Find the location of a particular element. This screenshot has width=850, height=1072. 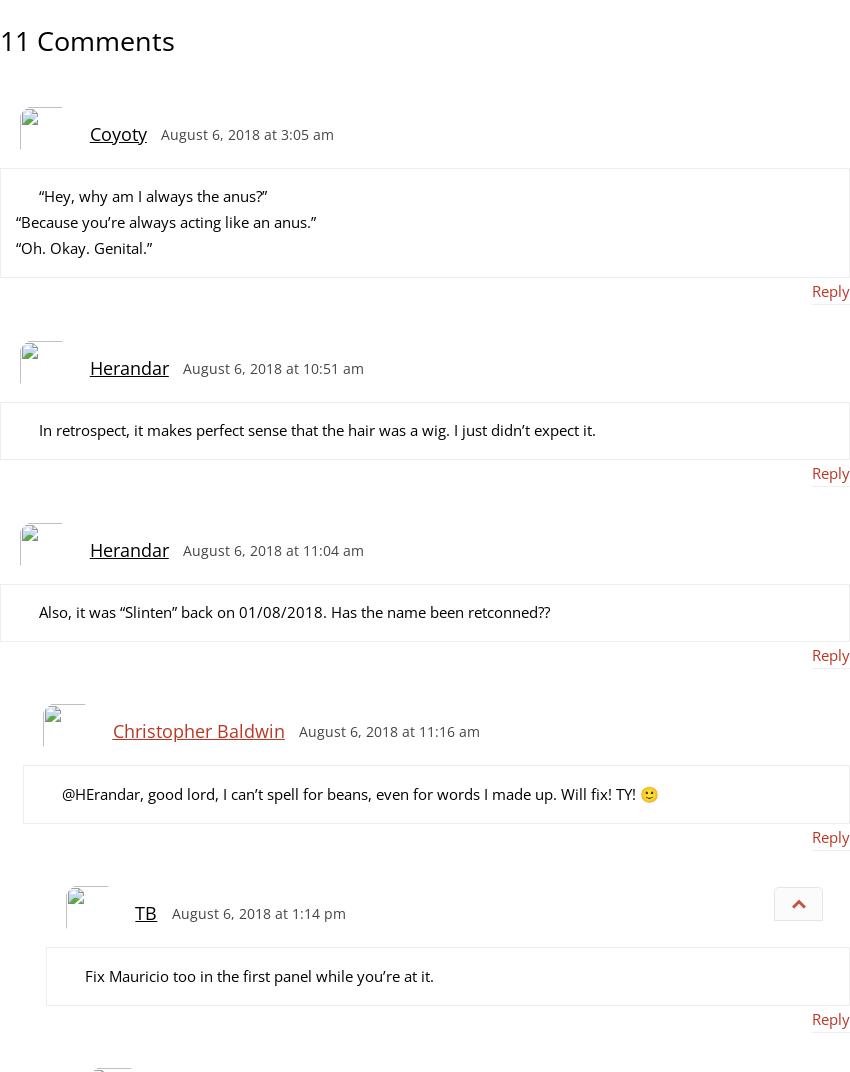

'Fix Mauricio too in the first panel while you’re at it.' is located at coordinates (257, 973).